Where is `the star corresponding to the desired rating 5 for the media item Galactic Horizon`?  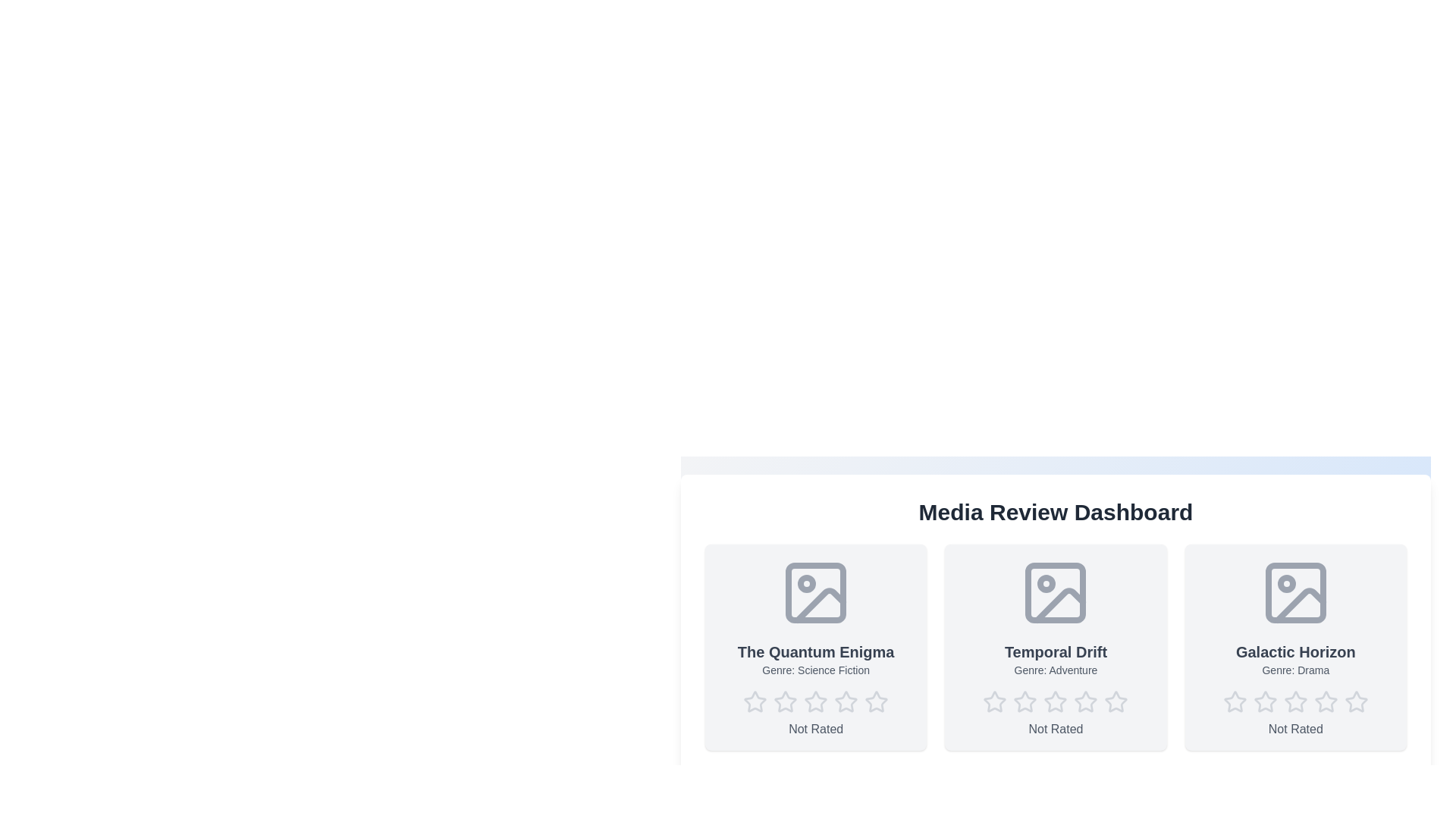
the star corresponding to the desired rating 5 for the media item Galactic Horizon is located at coordinates (1356, 701).